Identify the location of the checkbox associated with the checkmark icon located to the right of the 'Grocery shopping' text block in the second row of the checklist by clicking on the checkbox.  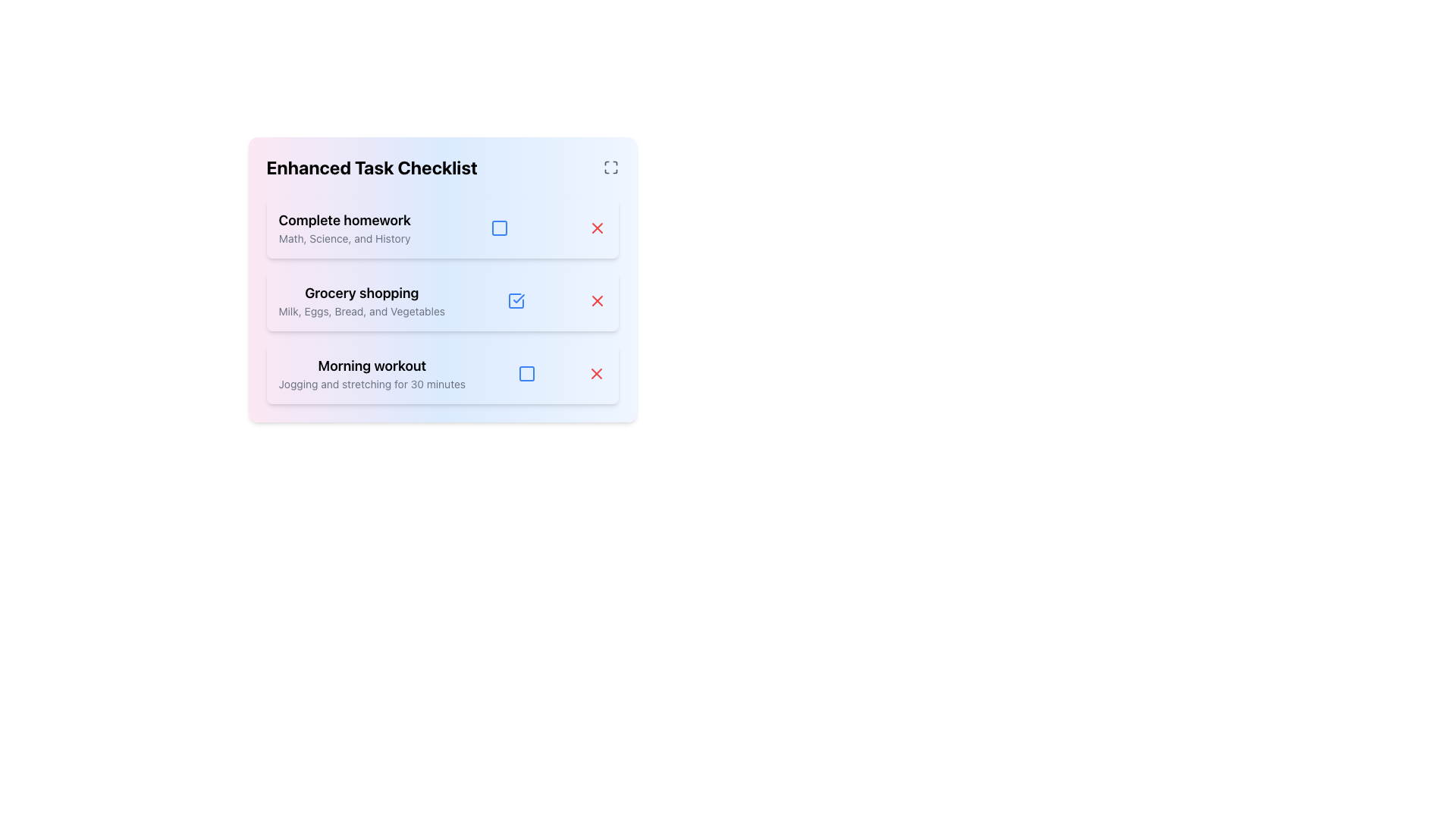
(516, 301).